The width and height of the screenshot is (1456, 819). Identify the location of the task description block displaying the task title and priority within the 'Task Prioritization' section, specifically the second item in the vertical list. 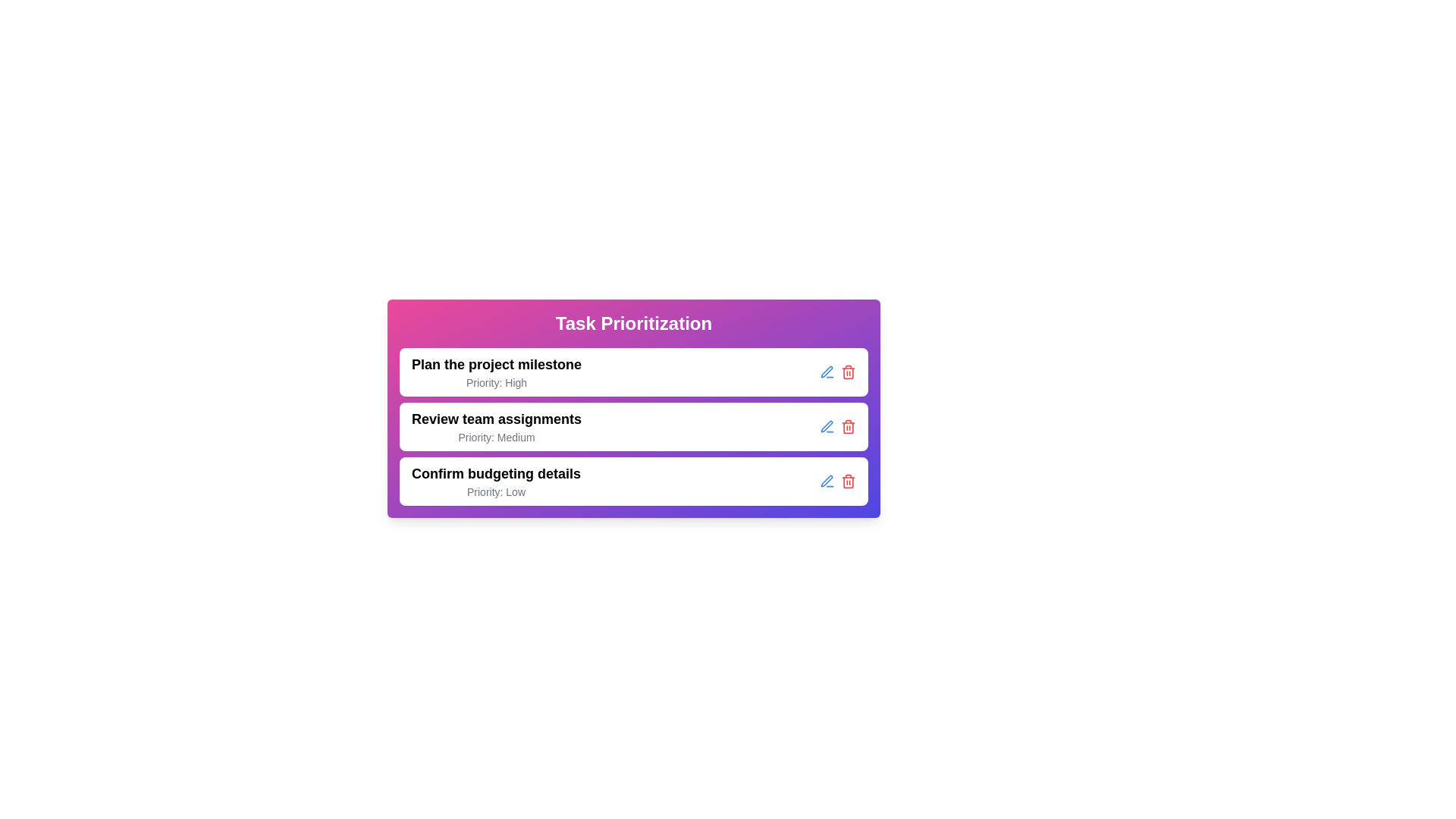
(497, 427).